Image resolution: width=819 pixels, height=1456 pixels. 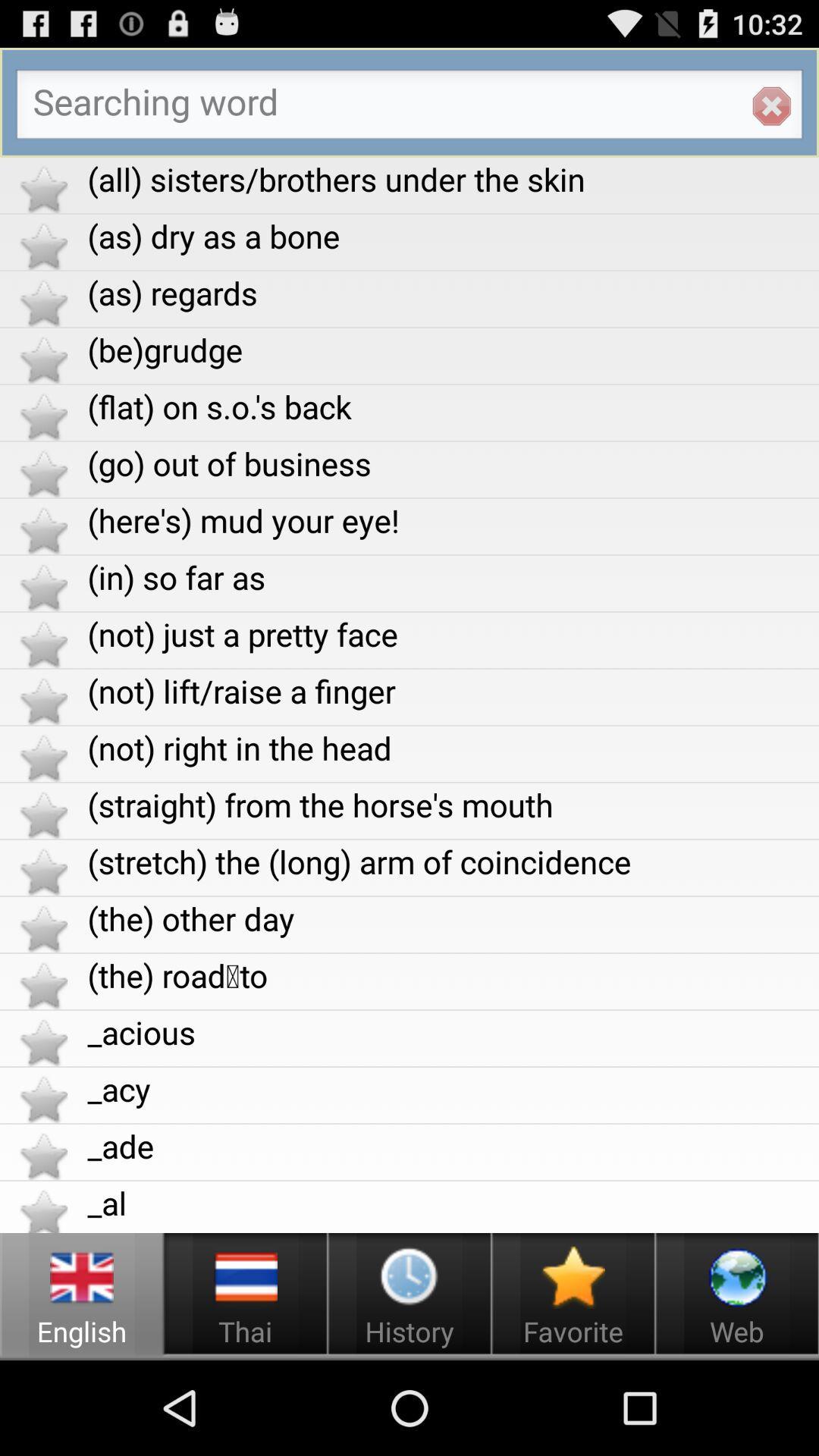 I want to click on app above straight from the app, so click(x=452, y=748).